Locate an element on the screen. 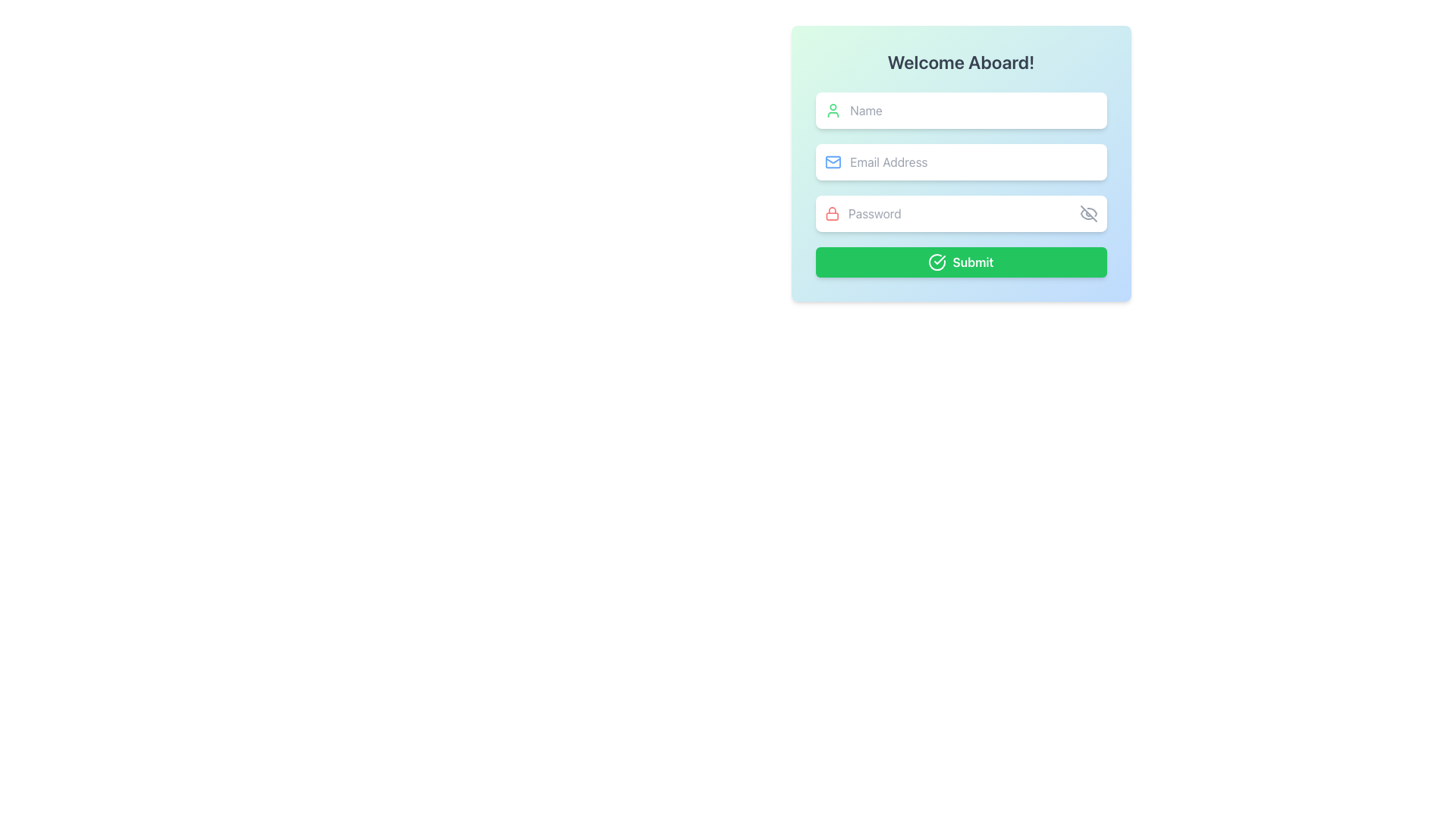  the password input field, which is the third input field in the user authentication form is located at coordinates (959, 213).